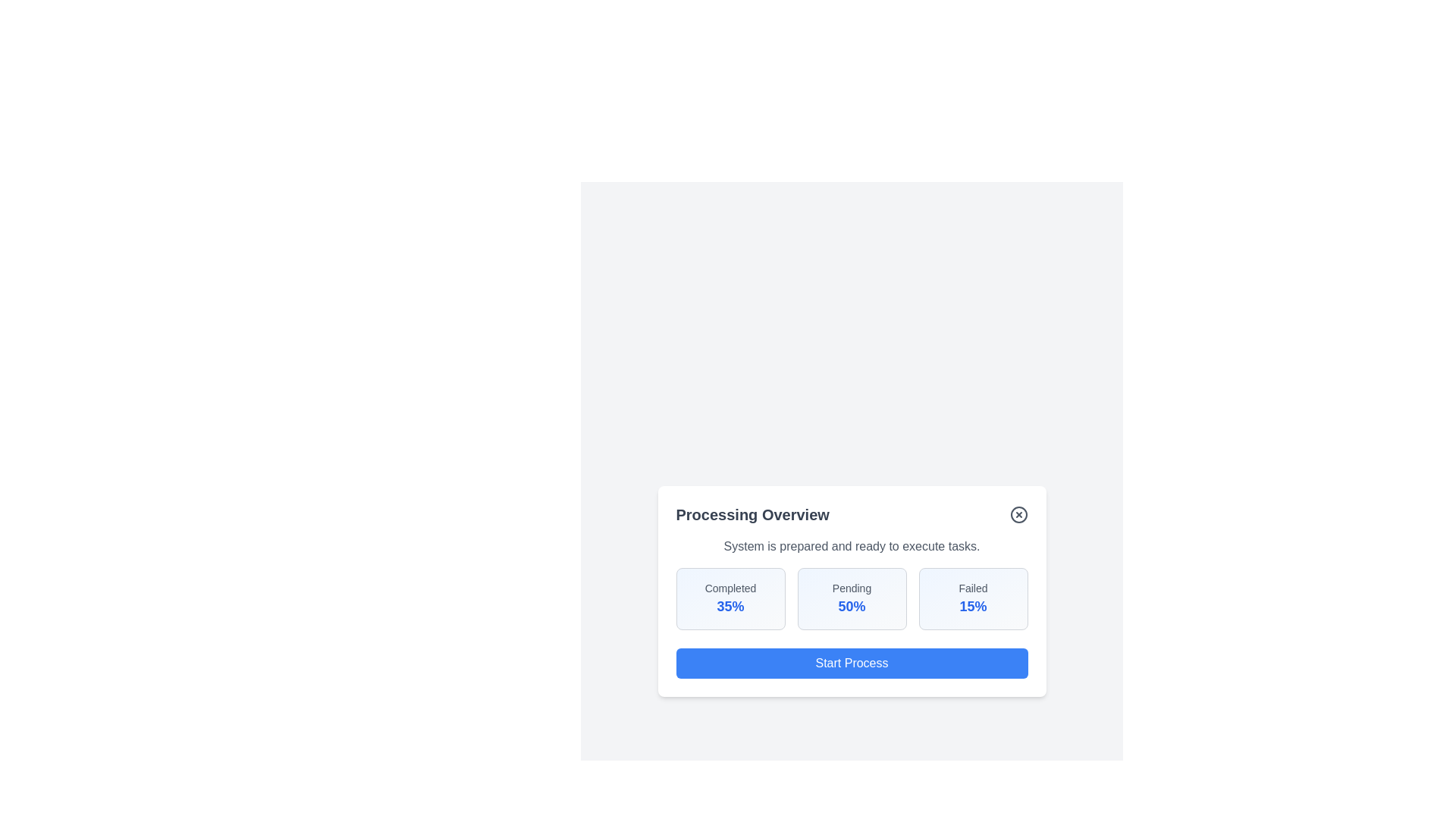 Image resolution: width=1456 pixels, height=819 pixels. Describe the element at coordinates (852, 598) in the screenshot. I see `the statistic box labeled 'Pending' to analyze its content` at that location.